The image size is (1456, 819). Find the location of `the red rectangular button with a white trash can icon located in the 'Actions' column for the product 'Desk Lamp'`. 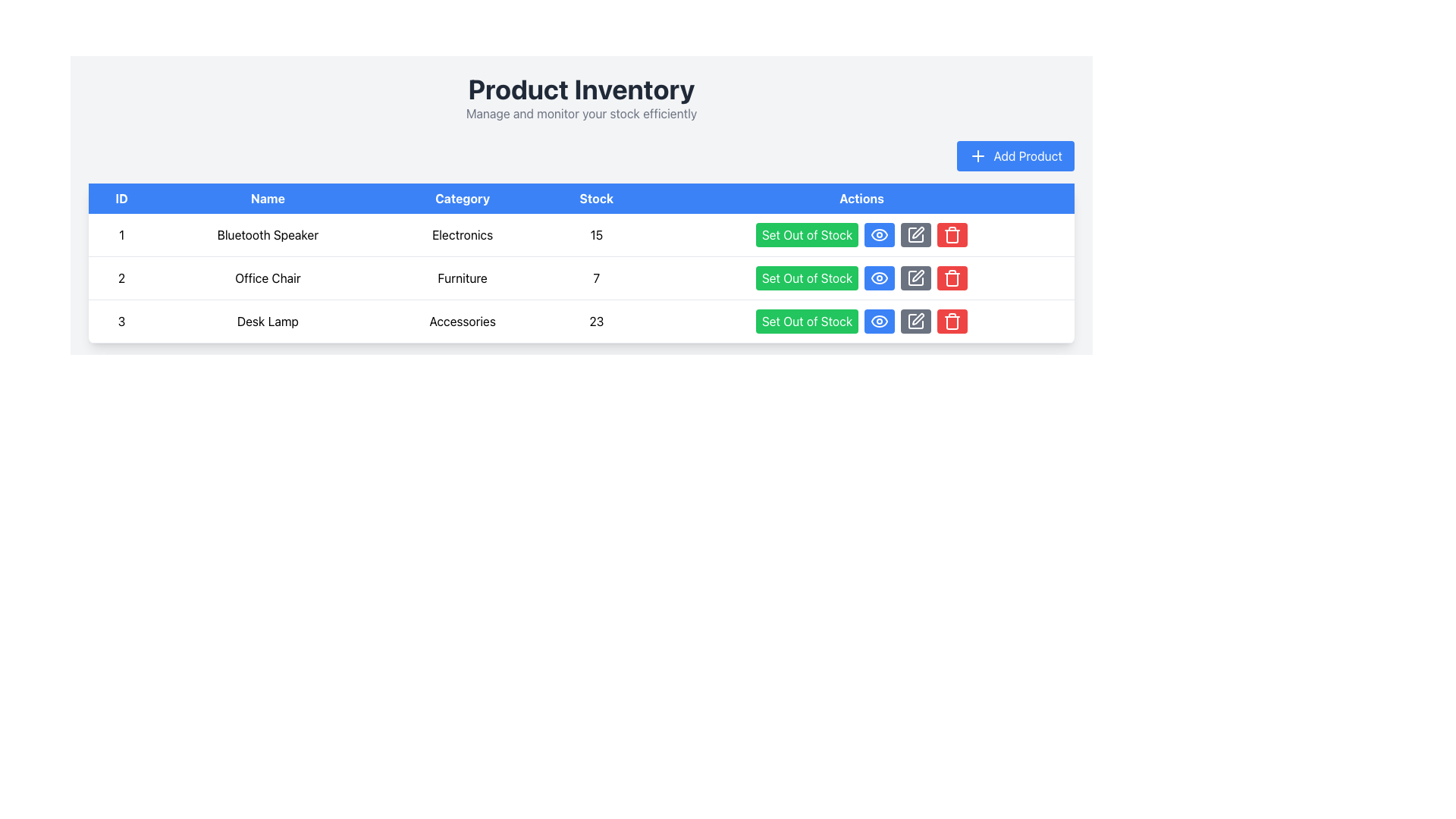

the red rectangular button with a white trash can icon located in the 'Actions' column for the product 'Desk Lamp' is located at coordinates (952, 278).